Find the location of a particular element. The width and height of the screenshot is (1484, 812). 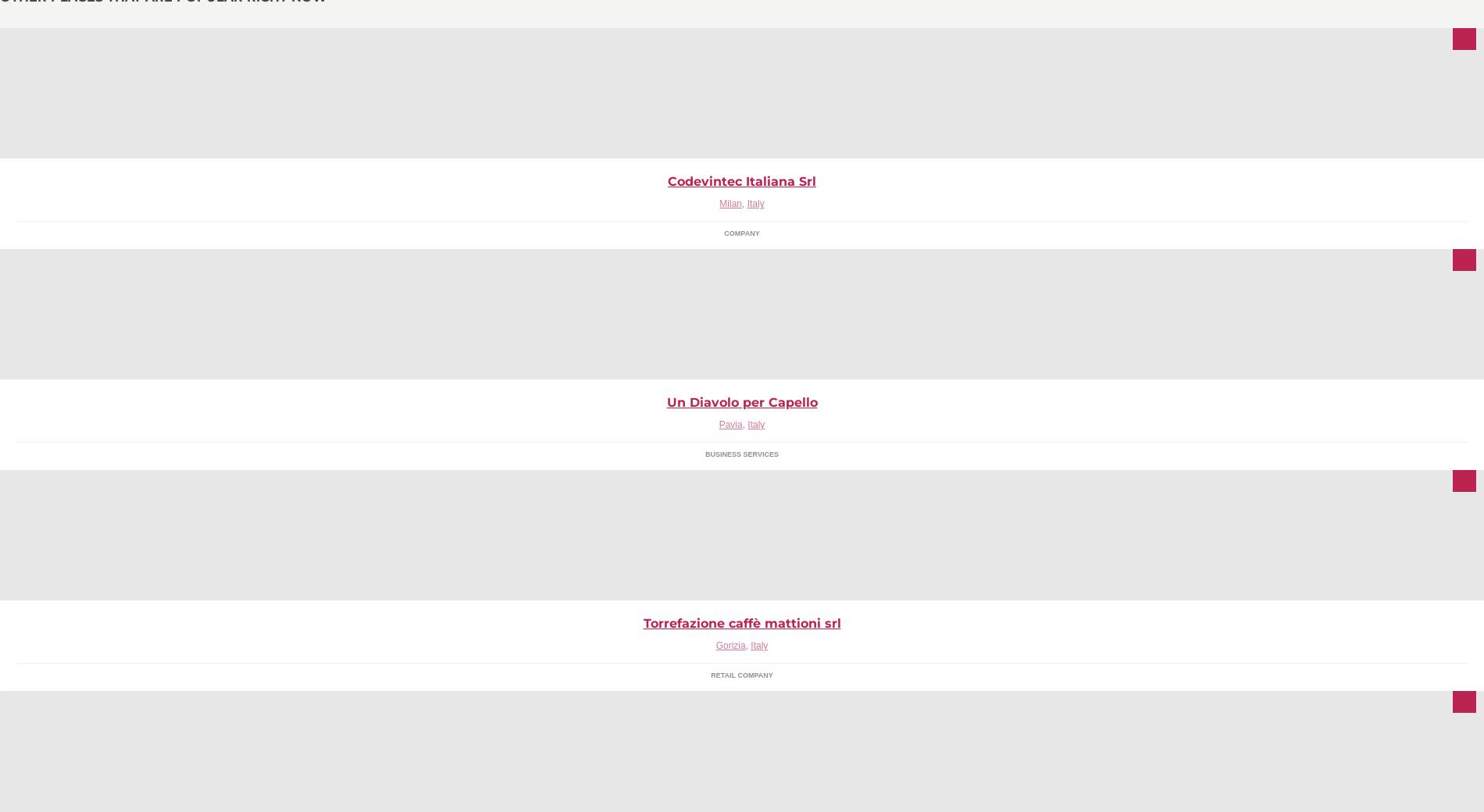

'Business services' is located at coordinates (740, 453).